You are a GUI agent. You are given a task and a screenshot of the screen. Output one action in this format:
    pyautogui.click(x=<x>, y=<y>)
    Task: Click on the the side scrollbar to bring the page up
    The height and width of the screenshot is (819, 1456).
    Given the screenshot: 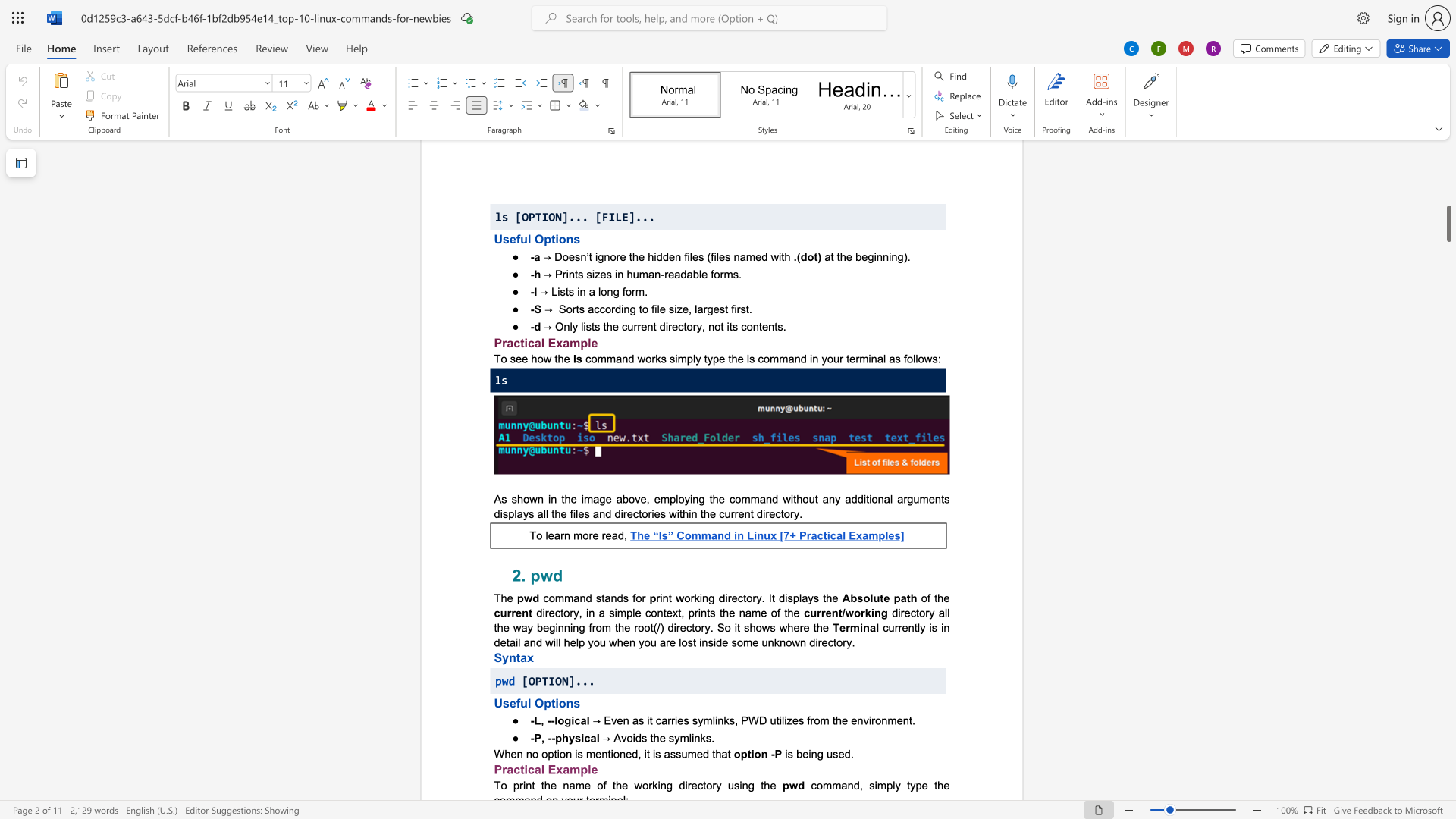 What is the action you would take?
    pyautogui.click(x=1448, y=341)
    